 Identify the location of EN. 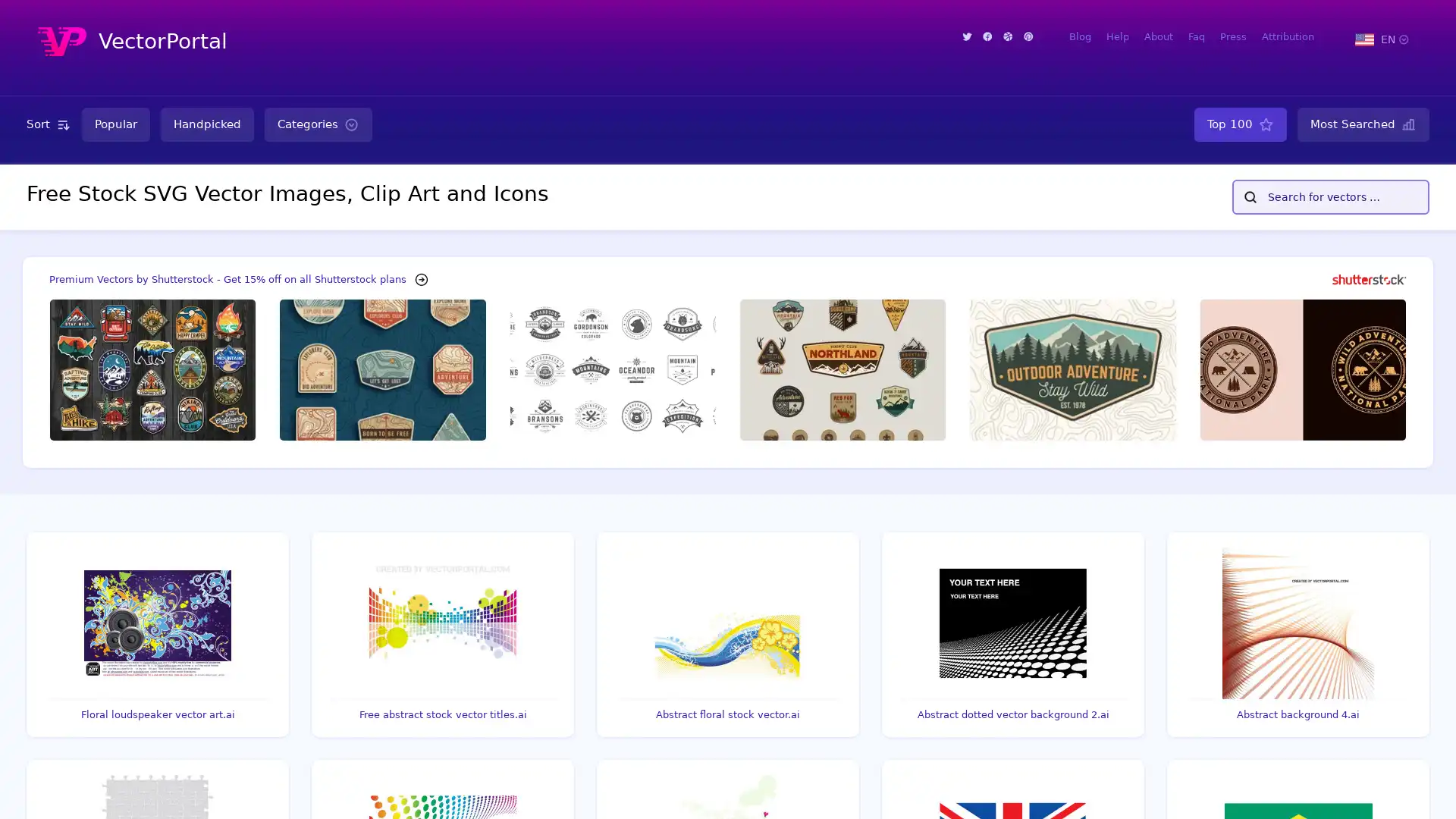
(1381, 38).